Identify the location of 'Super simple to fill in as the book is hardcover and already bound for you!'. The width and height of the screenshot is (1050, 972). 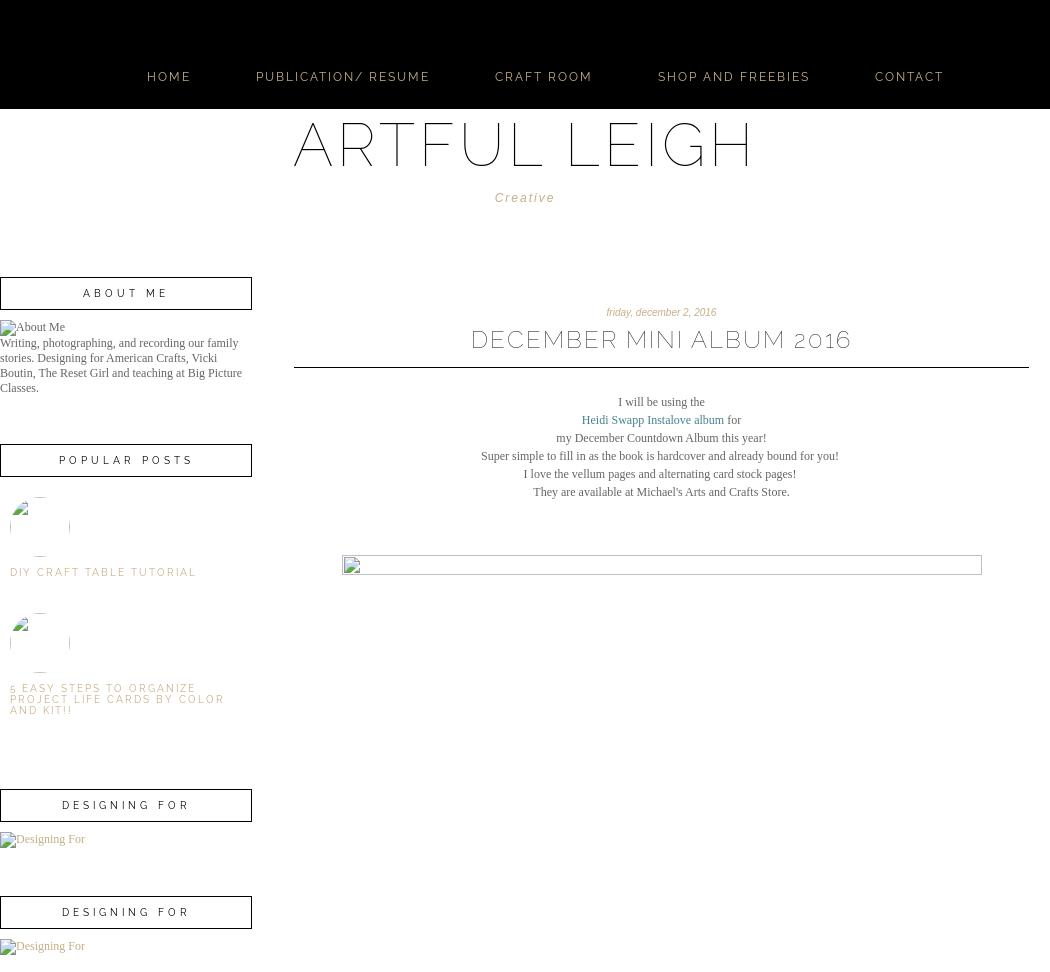
(481, 453).